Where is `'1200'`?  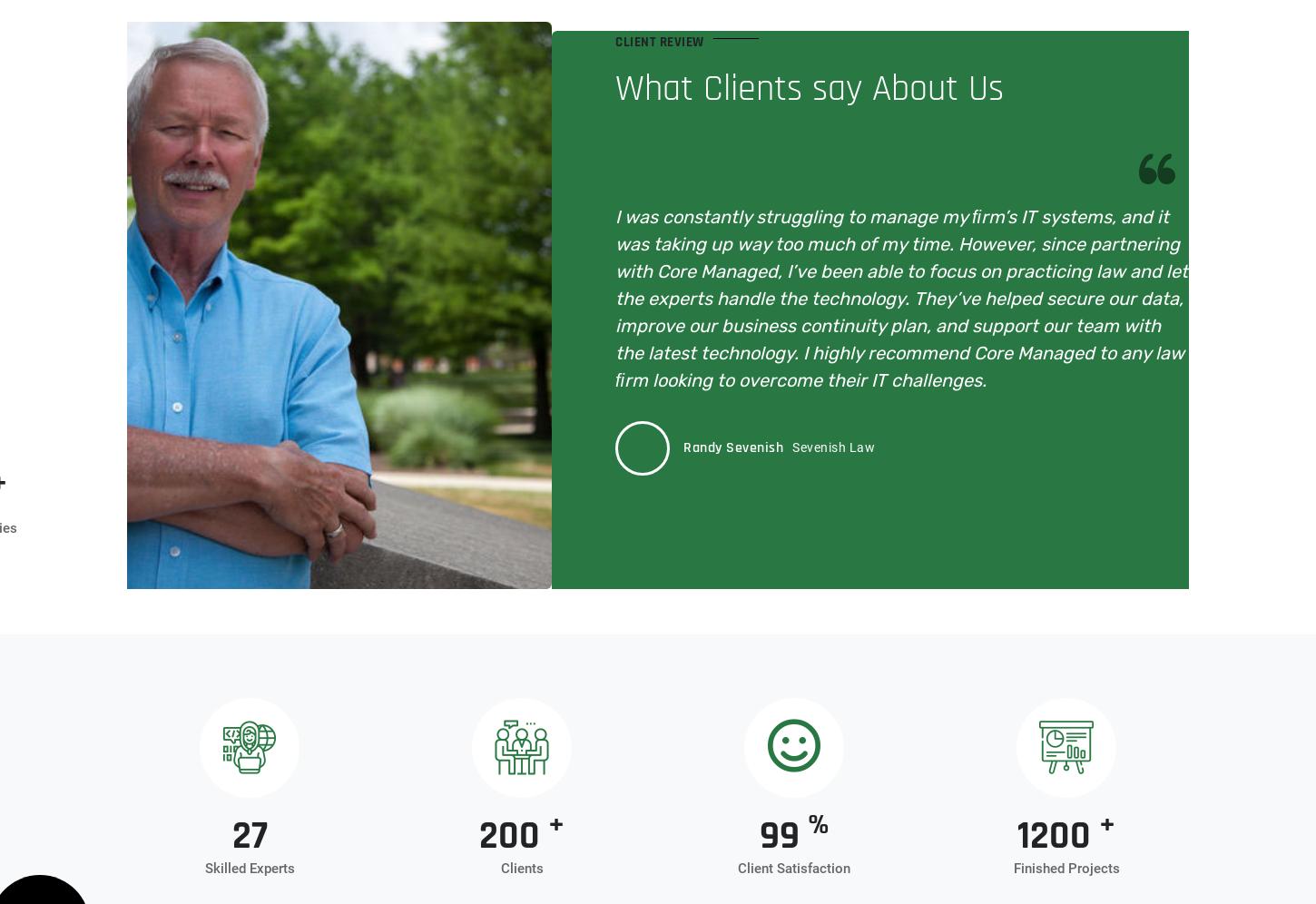
'1200' is located at coordinates (1056, 836).